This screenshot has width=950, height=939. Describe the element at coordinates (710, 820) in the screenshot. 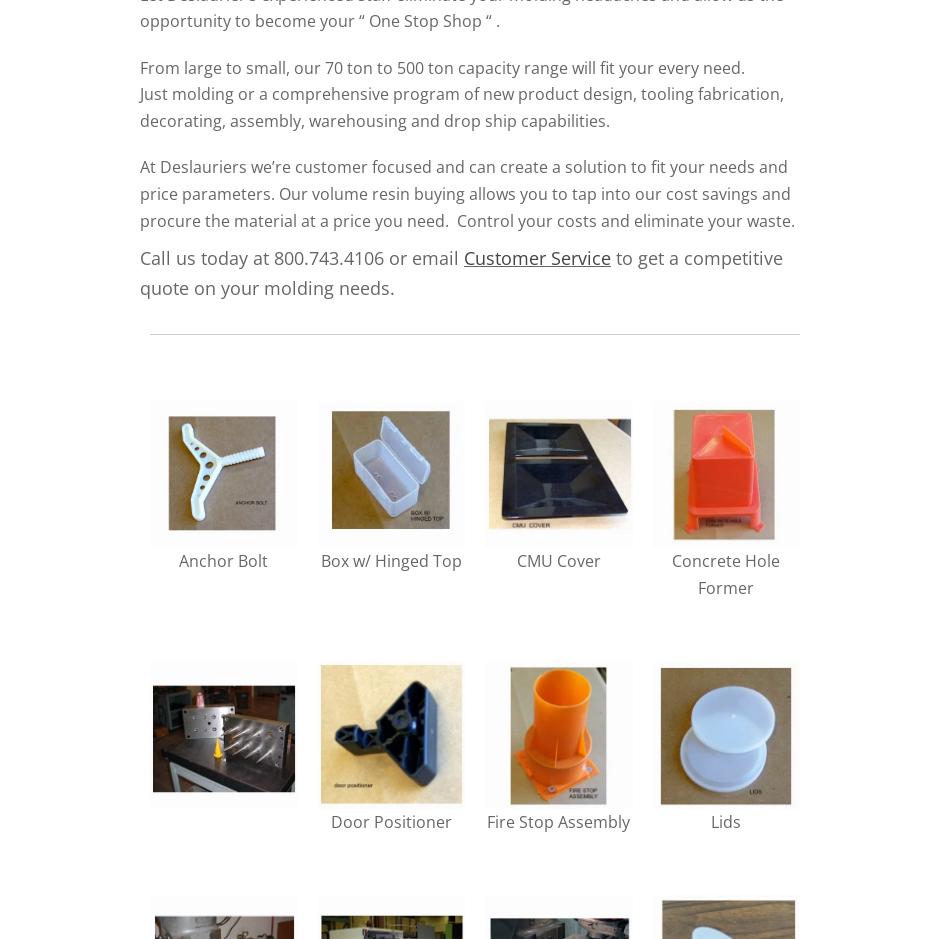

I see `'Lids'` at that location.